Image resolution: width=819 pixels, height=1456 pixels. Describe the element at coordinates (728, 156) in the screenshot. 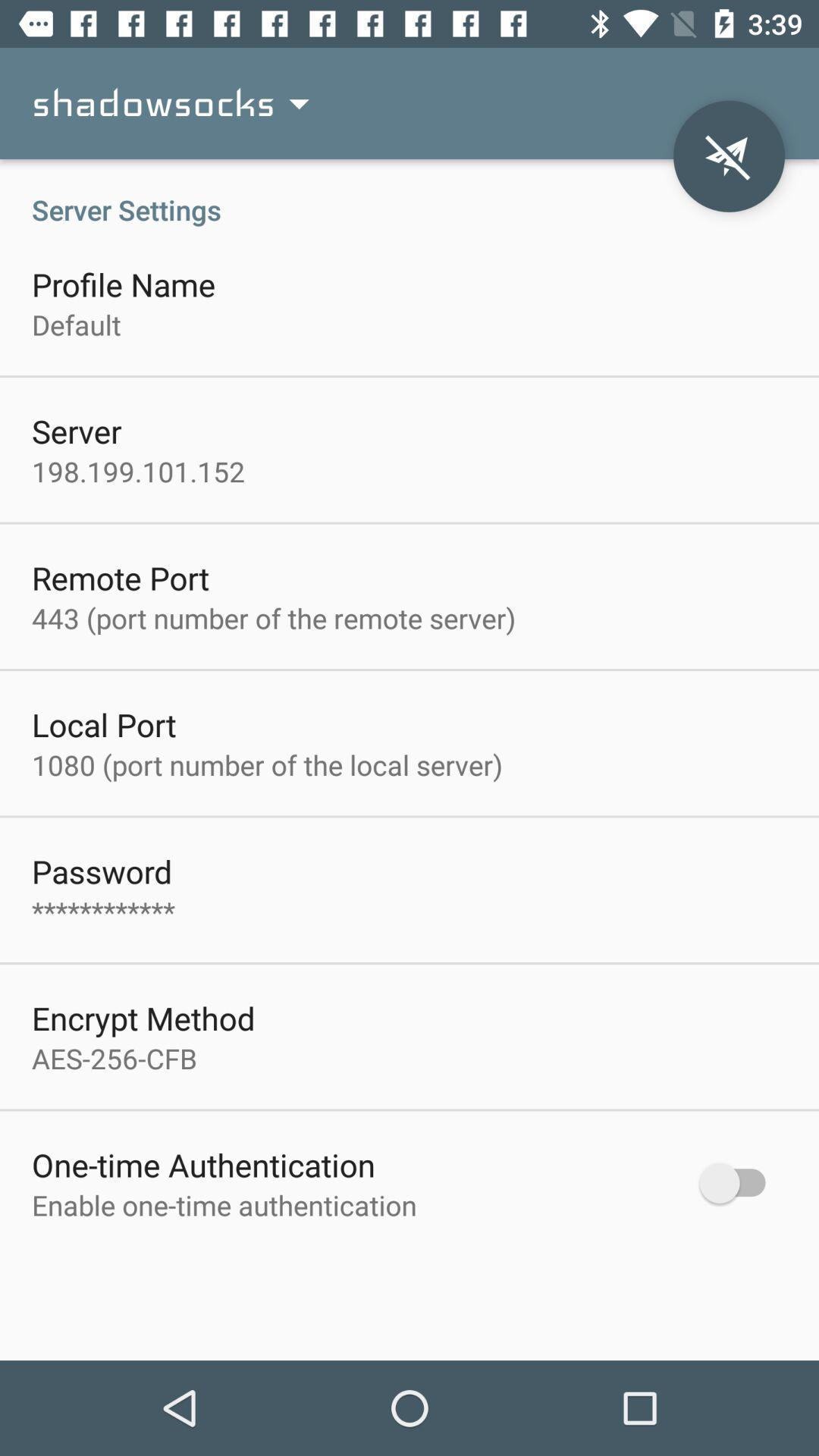

I see `the send icon` at that location.